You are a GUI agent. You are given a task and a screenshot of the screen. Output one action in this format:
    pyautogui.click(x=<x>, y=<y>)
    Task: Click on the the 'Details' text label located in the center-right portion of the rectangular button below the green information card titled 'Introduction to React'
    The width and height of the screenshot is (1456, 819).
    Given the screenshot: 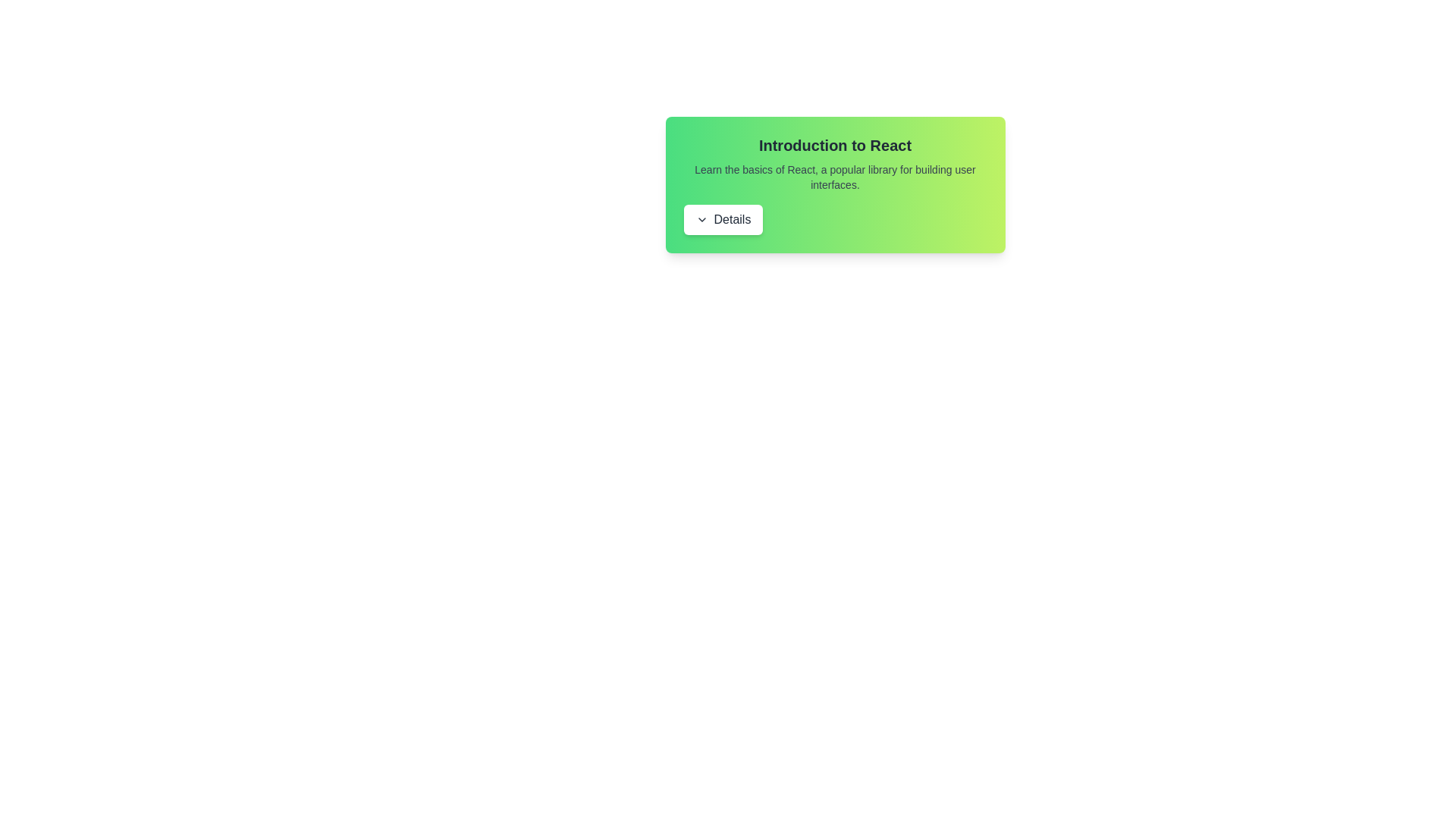 What is the action you would take?
    pyautogui.click(x=732, y=219)
    